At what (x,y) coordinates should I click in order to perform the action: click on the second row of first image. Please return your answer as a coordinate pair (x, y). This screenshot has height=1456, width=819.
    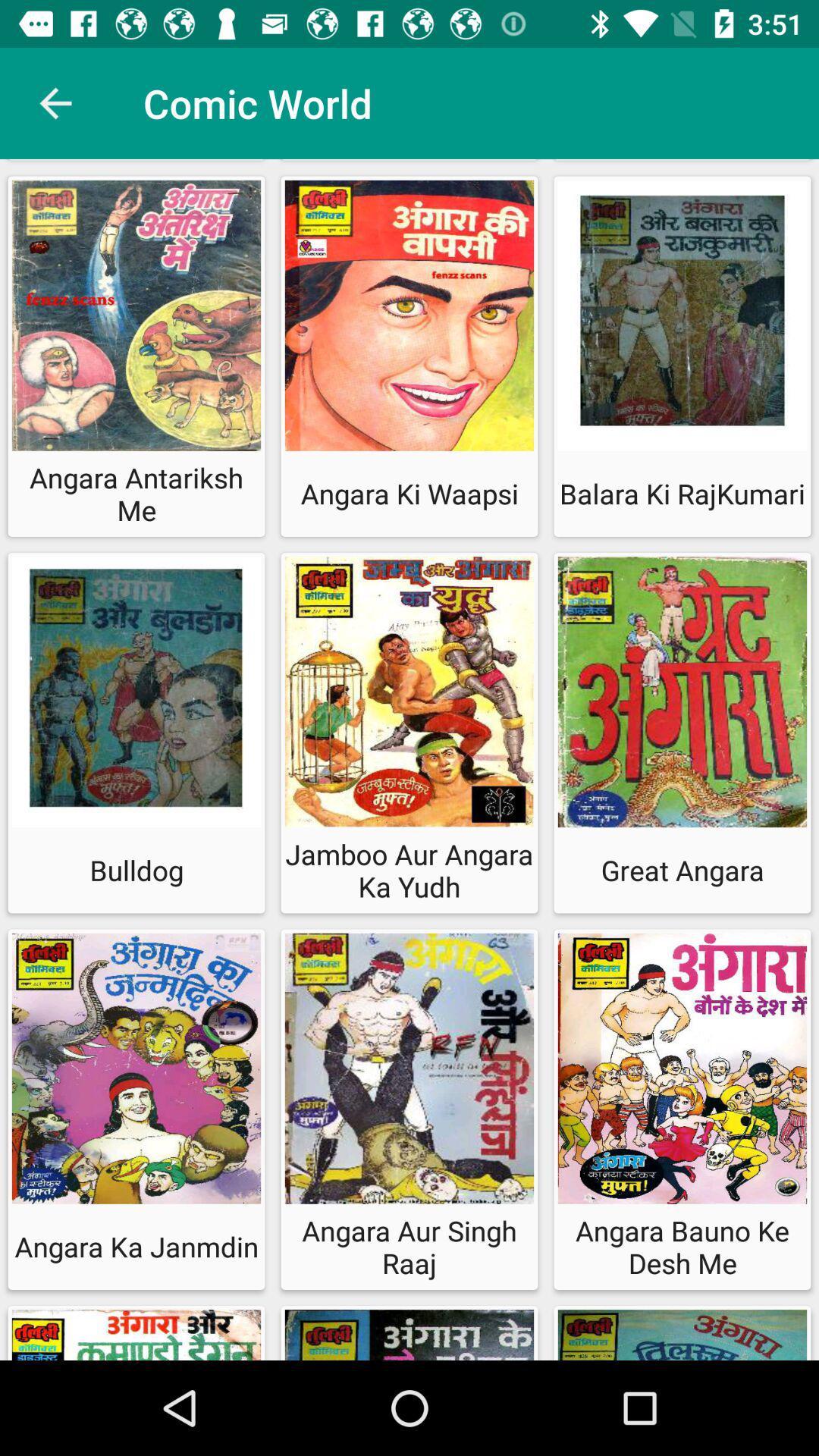
    Looking at the image, I should click on (136, 695).